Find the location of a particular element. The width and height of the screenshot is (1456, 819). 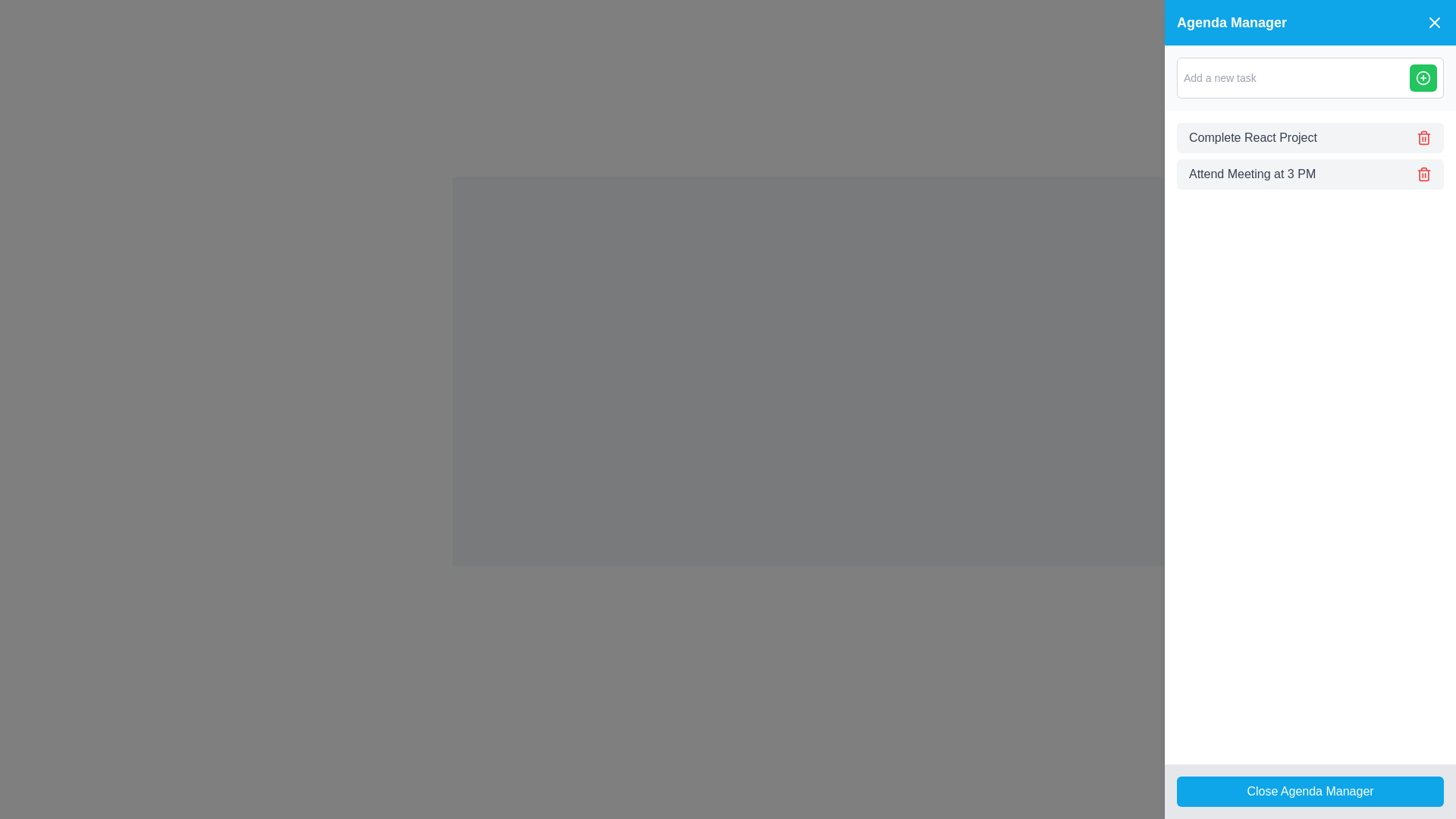

the green plus button located in the upper section of the sidebar labeled 'Agenda Manager' is located at coordinates (1310, 78).